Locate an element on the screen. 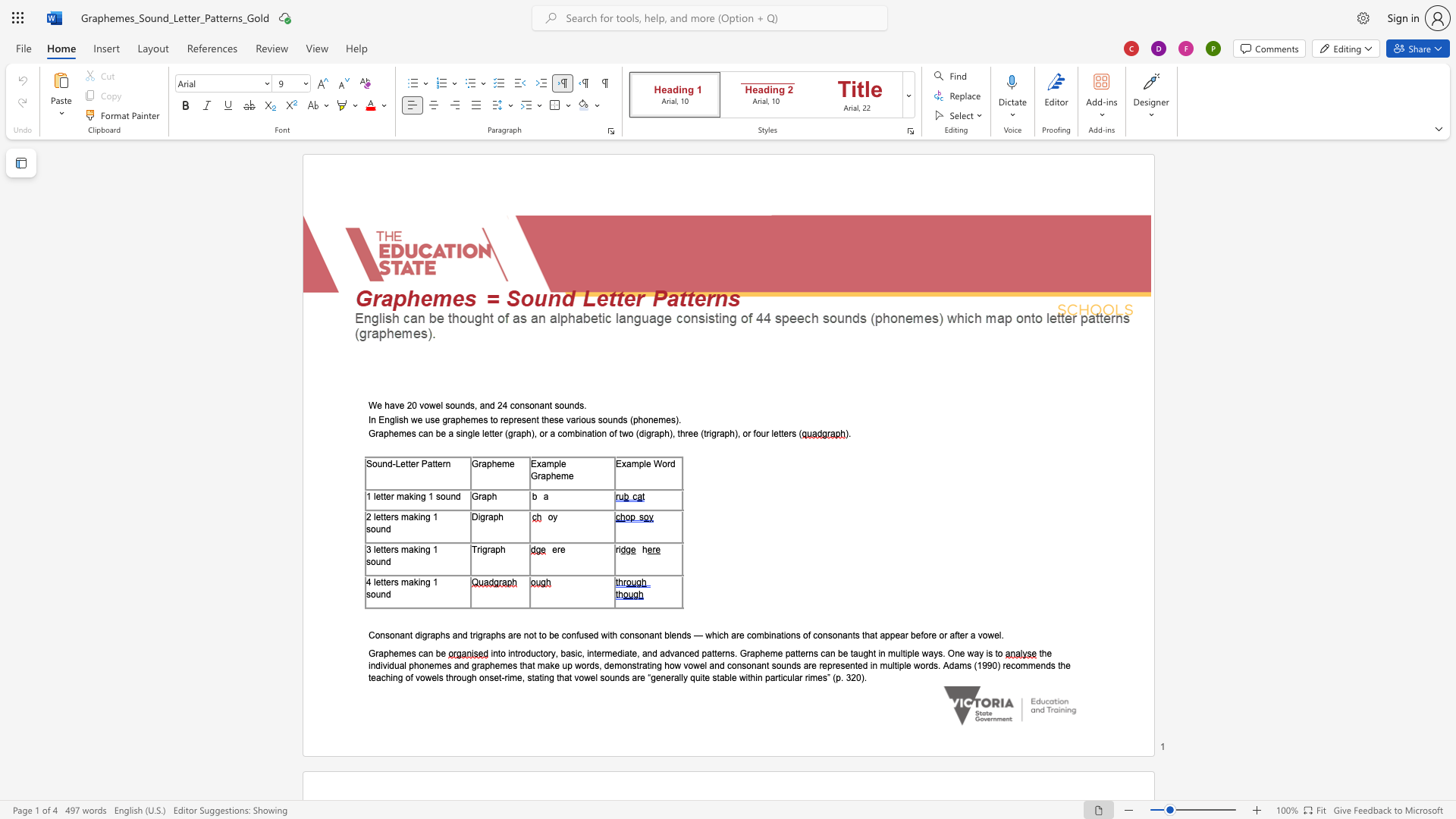  the 1th character "e" in the text is located at coordinates (403, 463).